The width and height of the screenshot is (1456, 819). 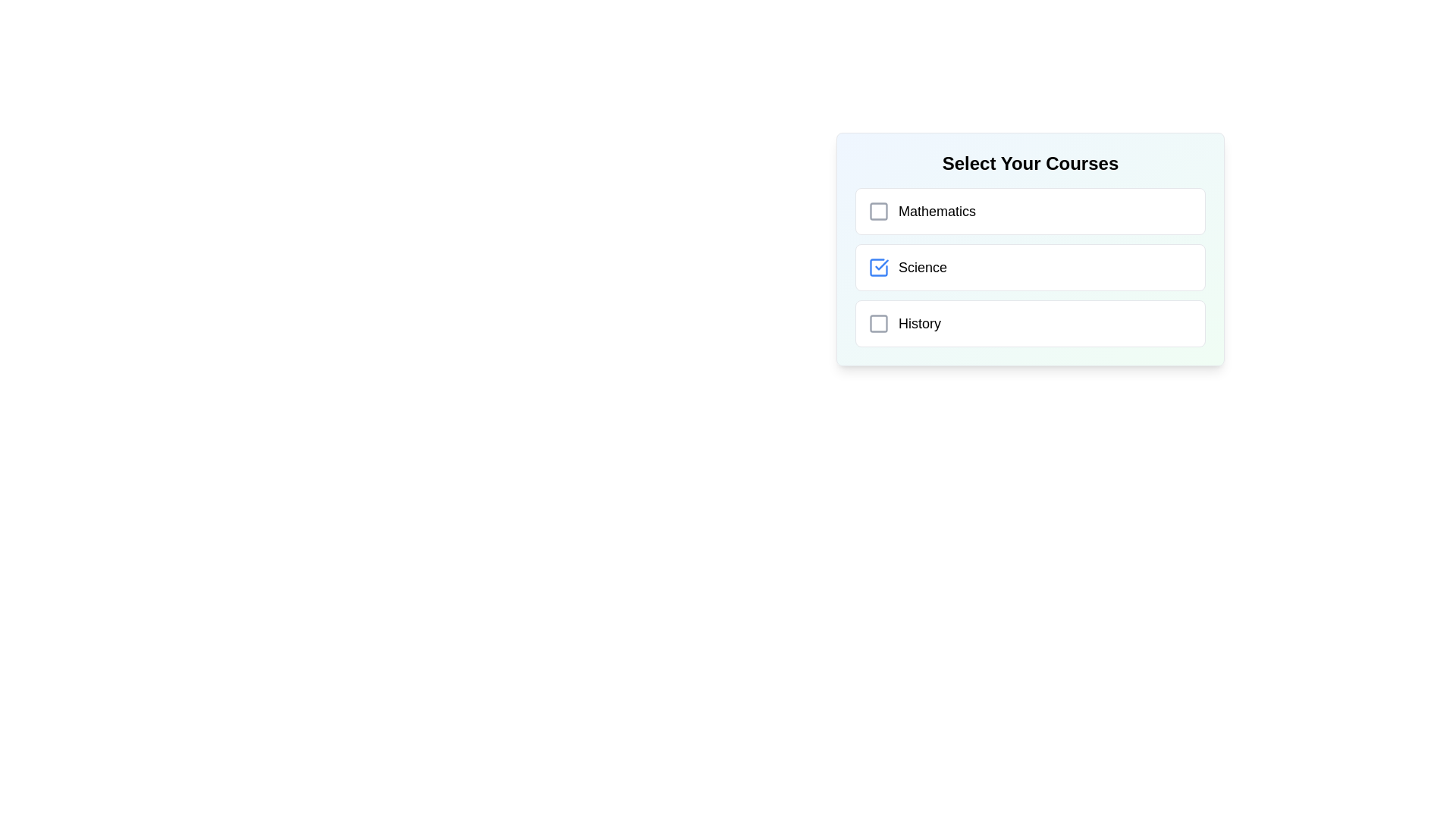 I want to click on the static text heading that labels the selectable course options above the courses listed below it, so click(x=1030, y=164).